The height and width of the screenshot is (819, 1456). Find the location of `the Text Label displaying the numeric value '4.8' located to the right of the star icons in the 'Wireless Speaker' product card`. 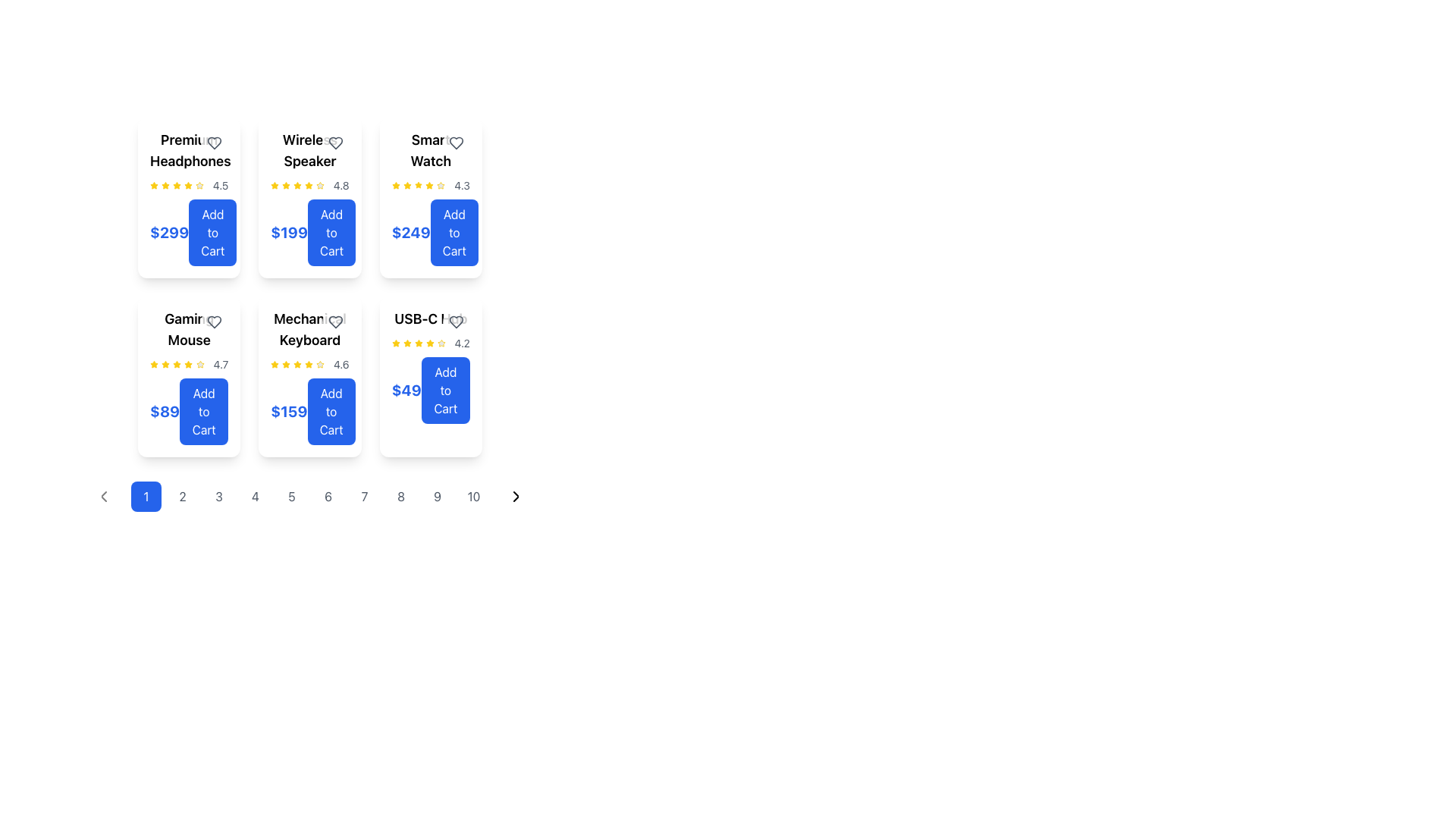

the Text Label displaying the numeric value '4.8' located to the right of the star icons in the 'Wireless Speaker' product card is located at coordinates (340, 185).